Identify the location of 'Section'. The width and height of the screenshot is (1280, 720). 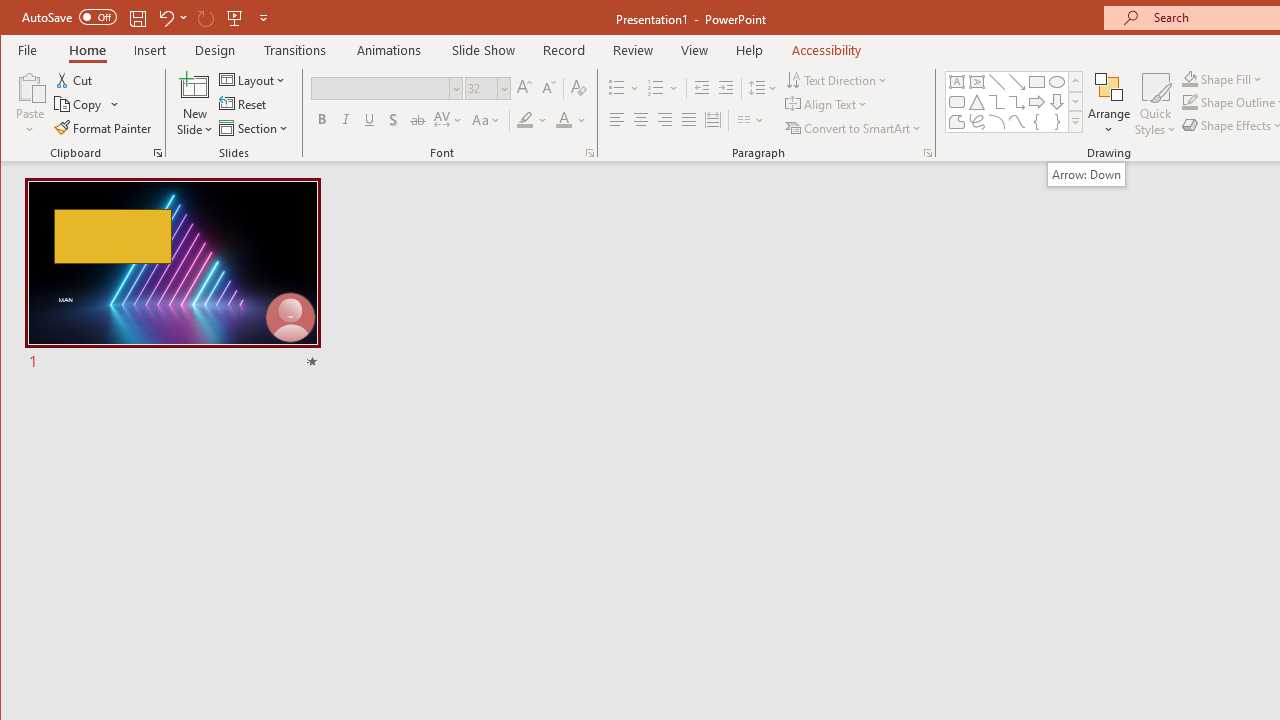
(254, 128).